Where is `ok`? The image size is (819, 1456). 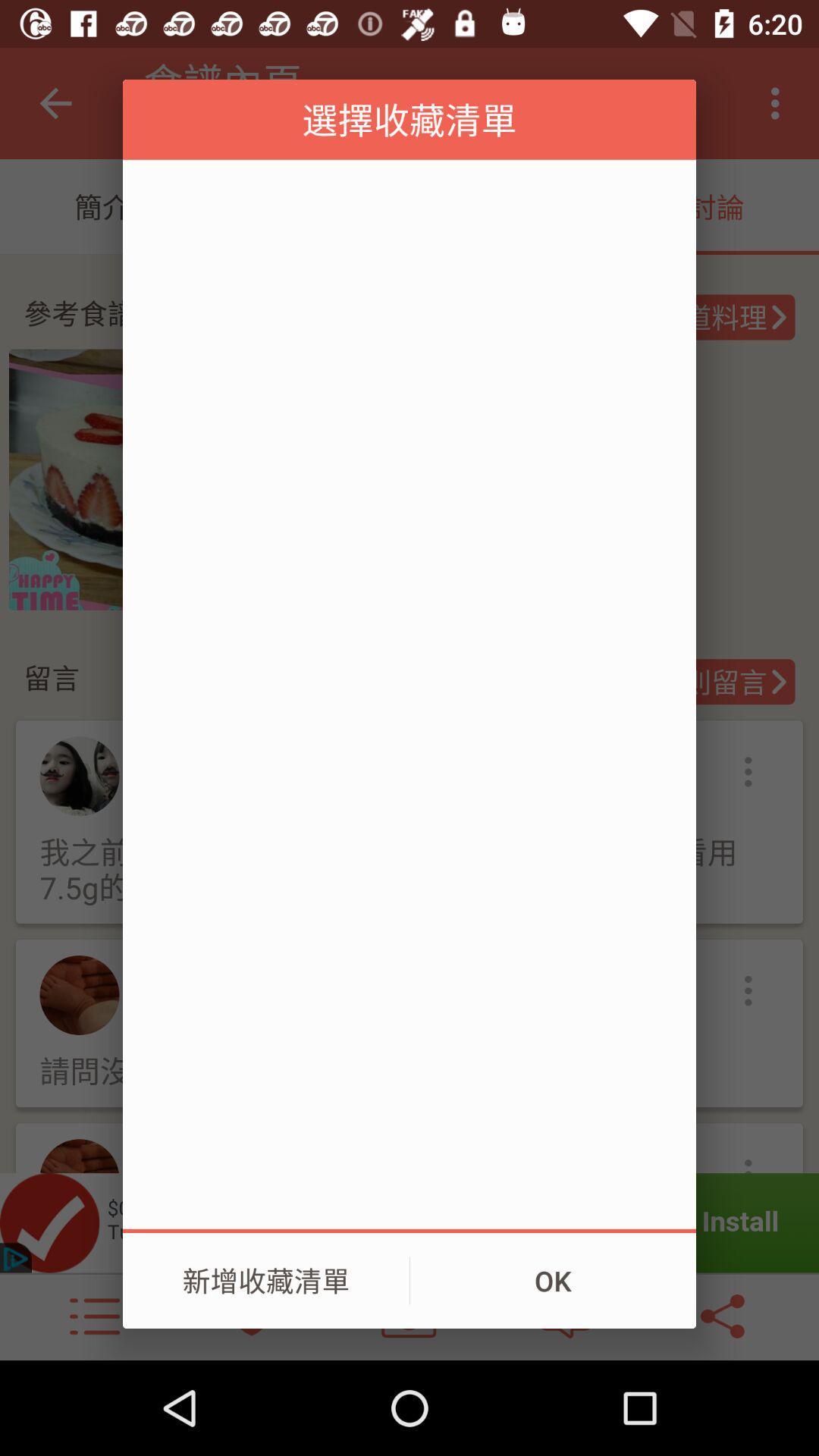 ok is located at coordinates (553, 1280).